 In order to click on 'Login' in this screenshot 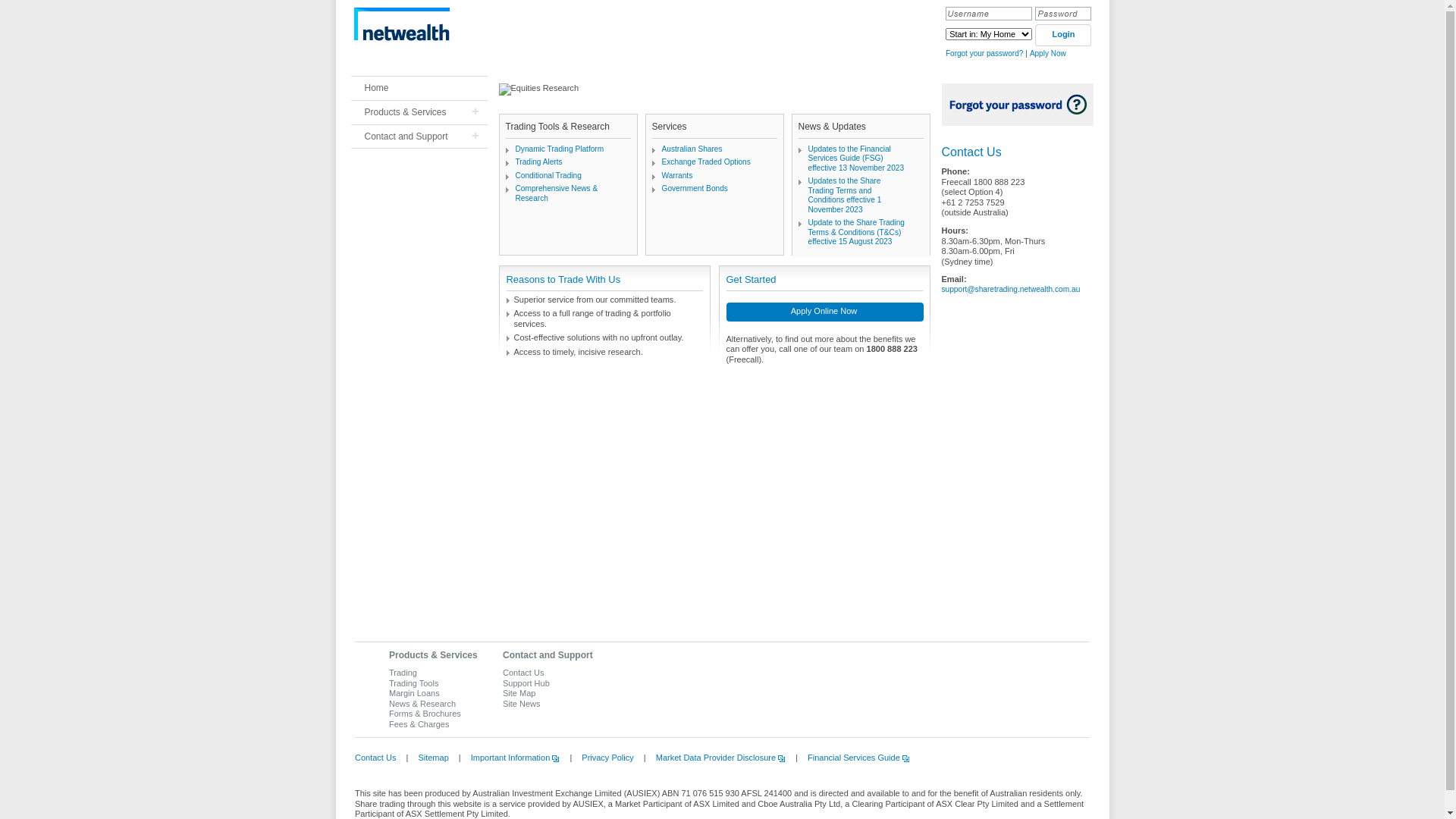, I will do `click(1062, 34)`.